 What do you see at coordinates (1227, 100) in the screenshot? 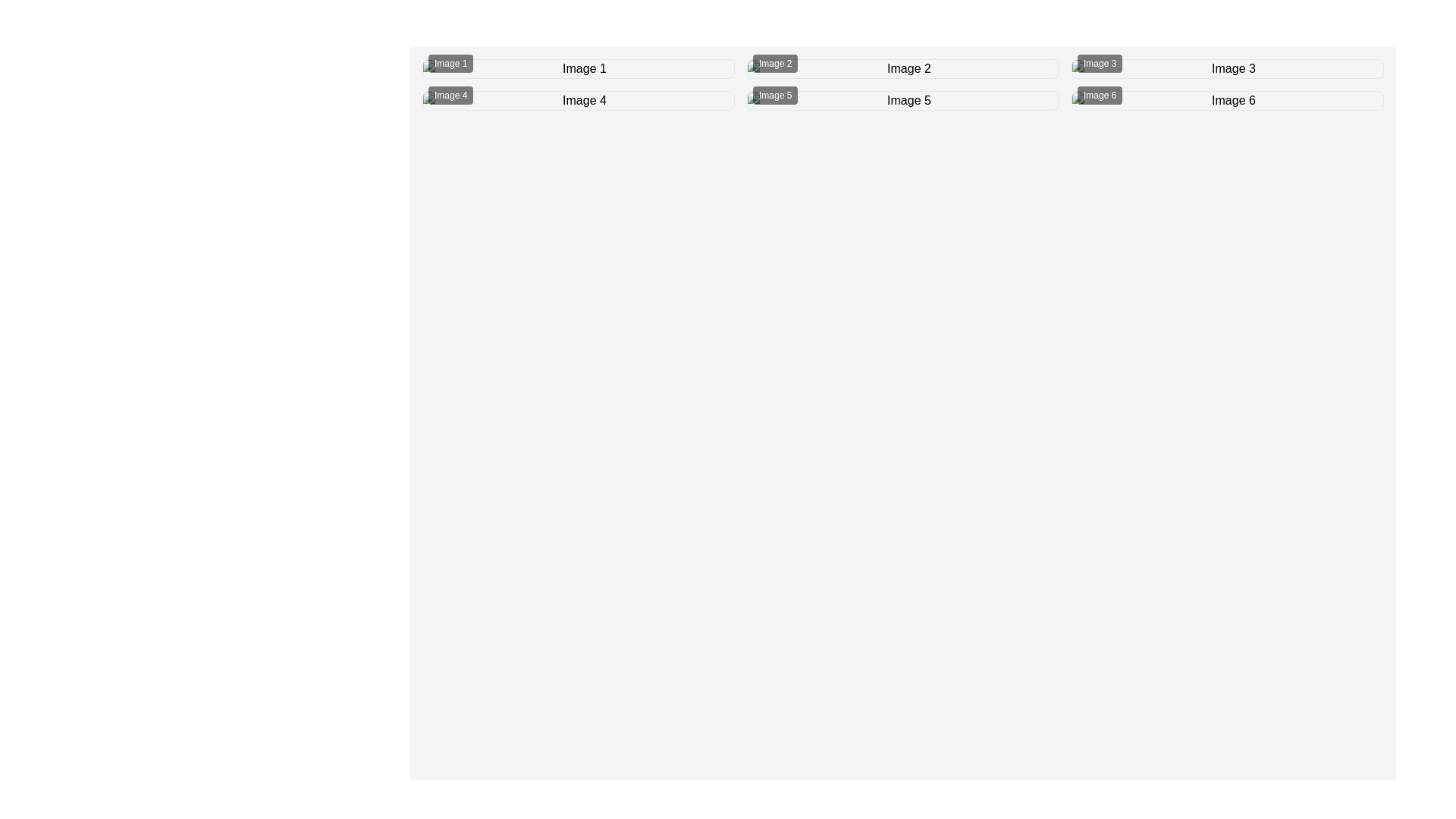
I see `the image thumbnail labeled 'Image 6'` at bounding box center [1227, 100].